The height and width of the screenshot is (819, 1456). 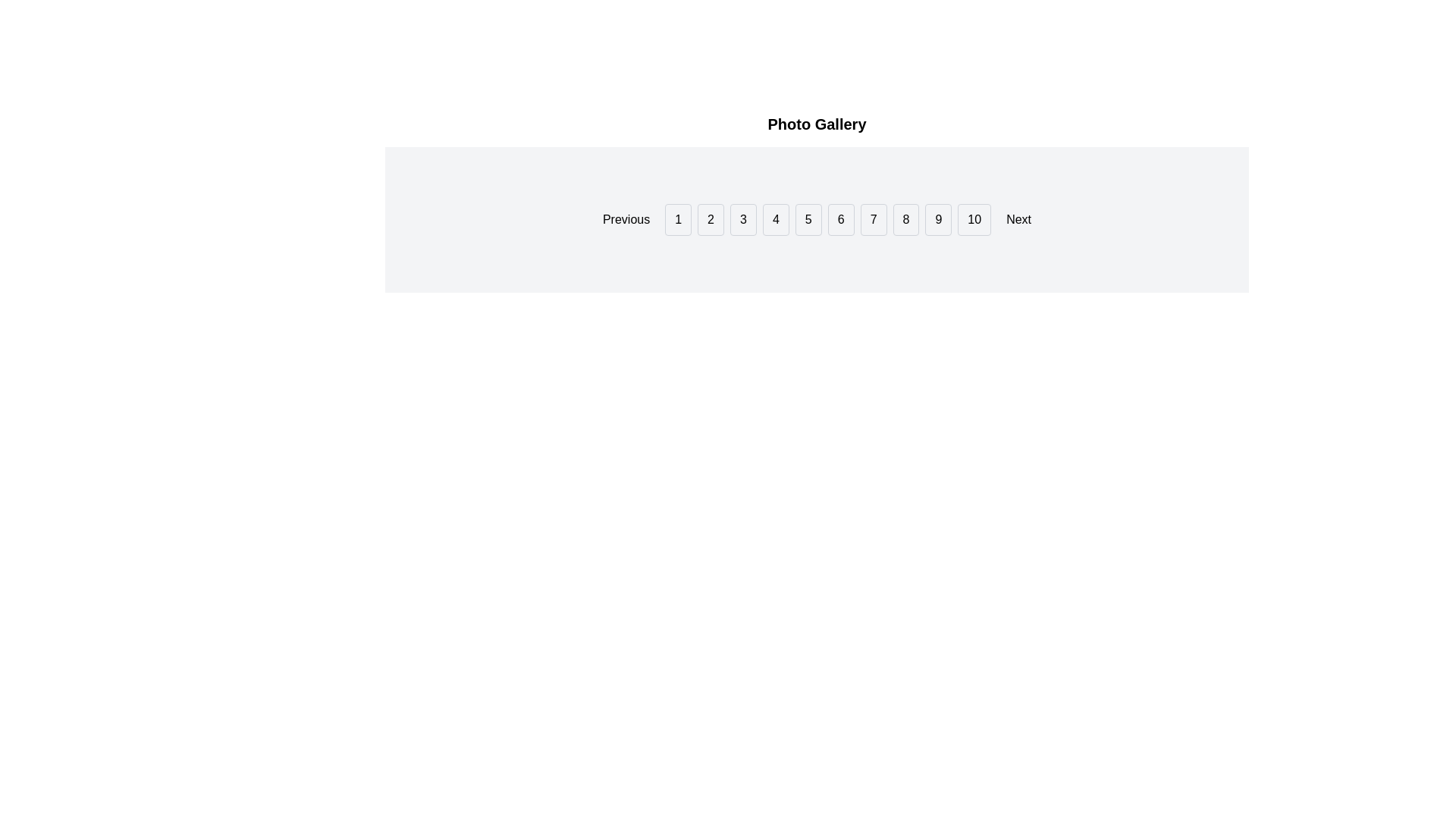 What do you see at coordinates (743, 219) in the screenshot?
I see `the navigation button labeled '3' in the pagination control under the 'Photo Gallery' title` at bounding box center [743, 219].